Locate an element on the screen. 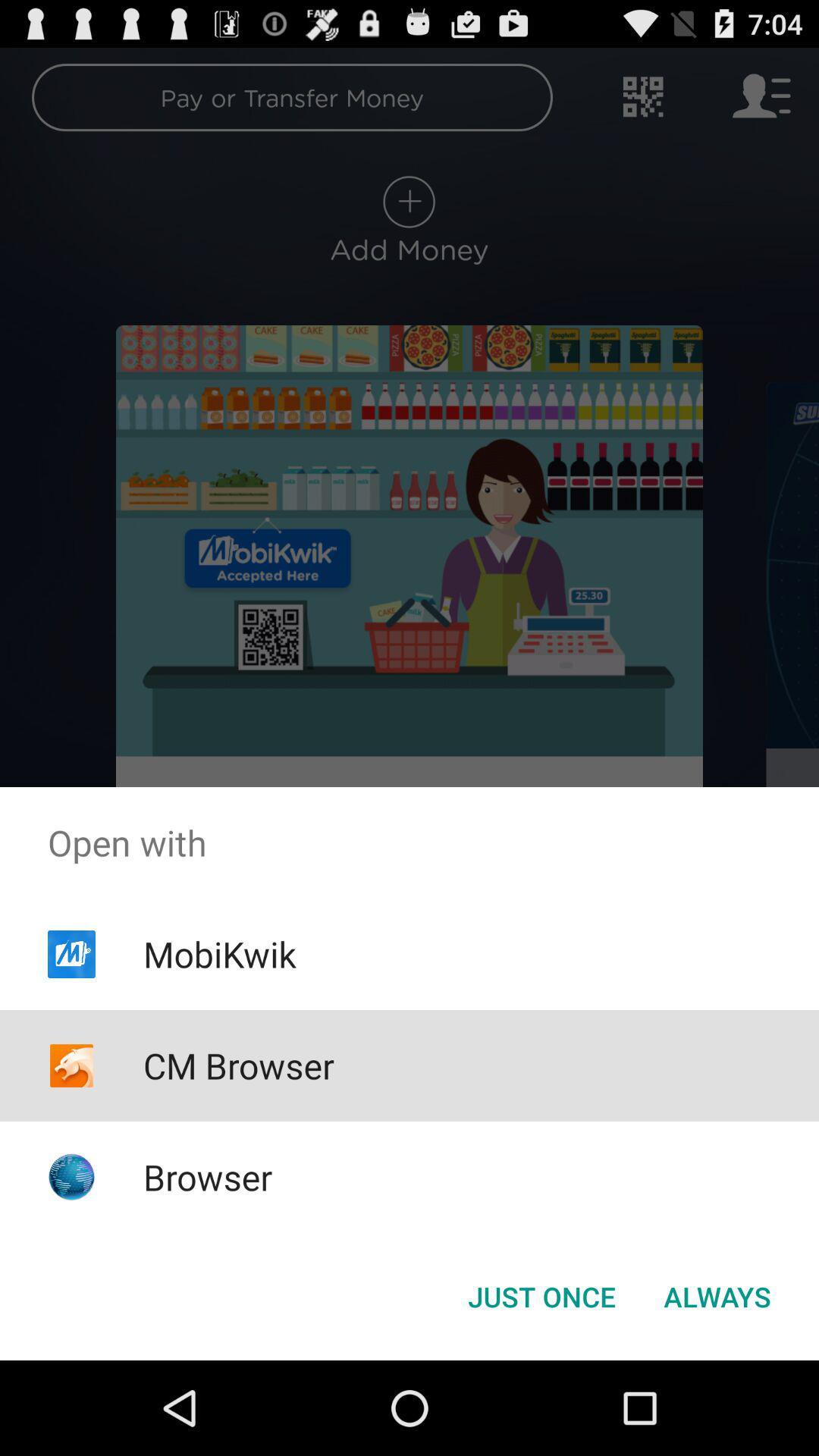  pay or transfer money on the top of the screen is located at coordinates (375, 102).